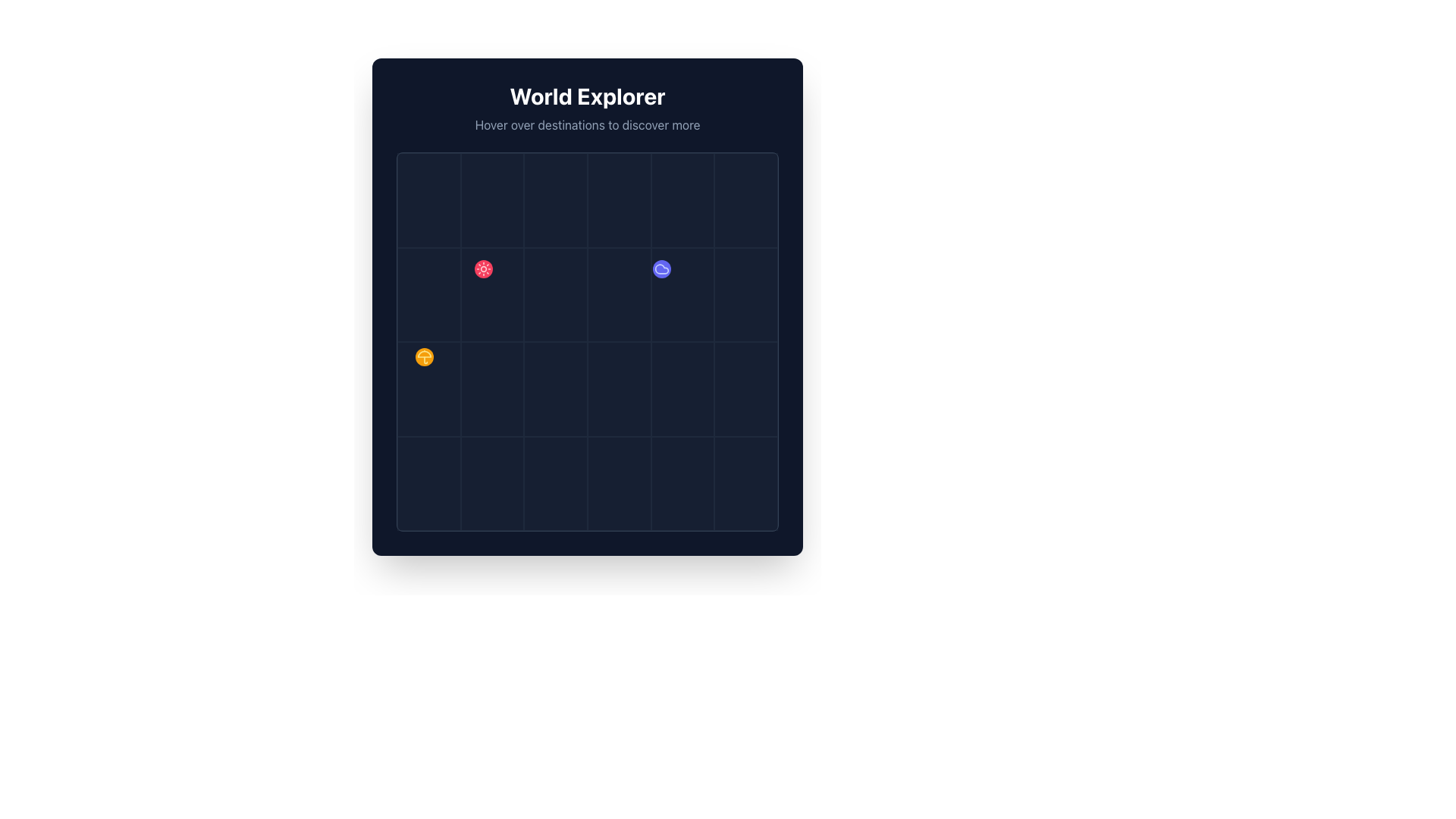 Image resolution: width=1456 pixels, height=819 pixels. What do you see at coordinates (662, 268) in the screenshot?
I see `the Icon button located in the middle-right area of the grid interface, which serves as an interactive marker or icon` at bounding box center [662, 268].